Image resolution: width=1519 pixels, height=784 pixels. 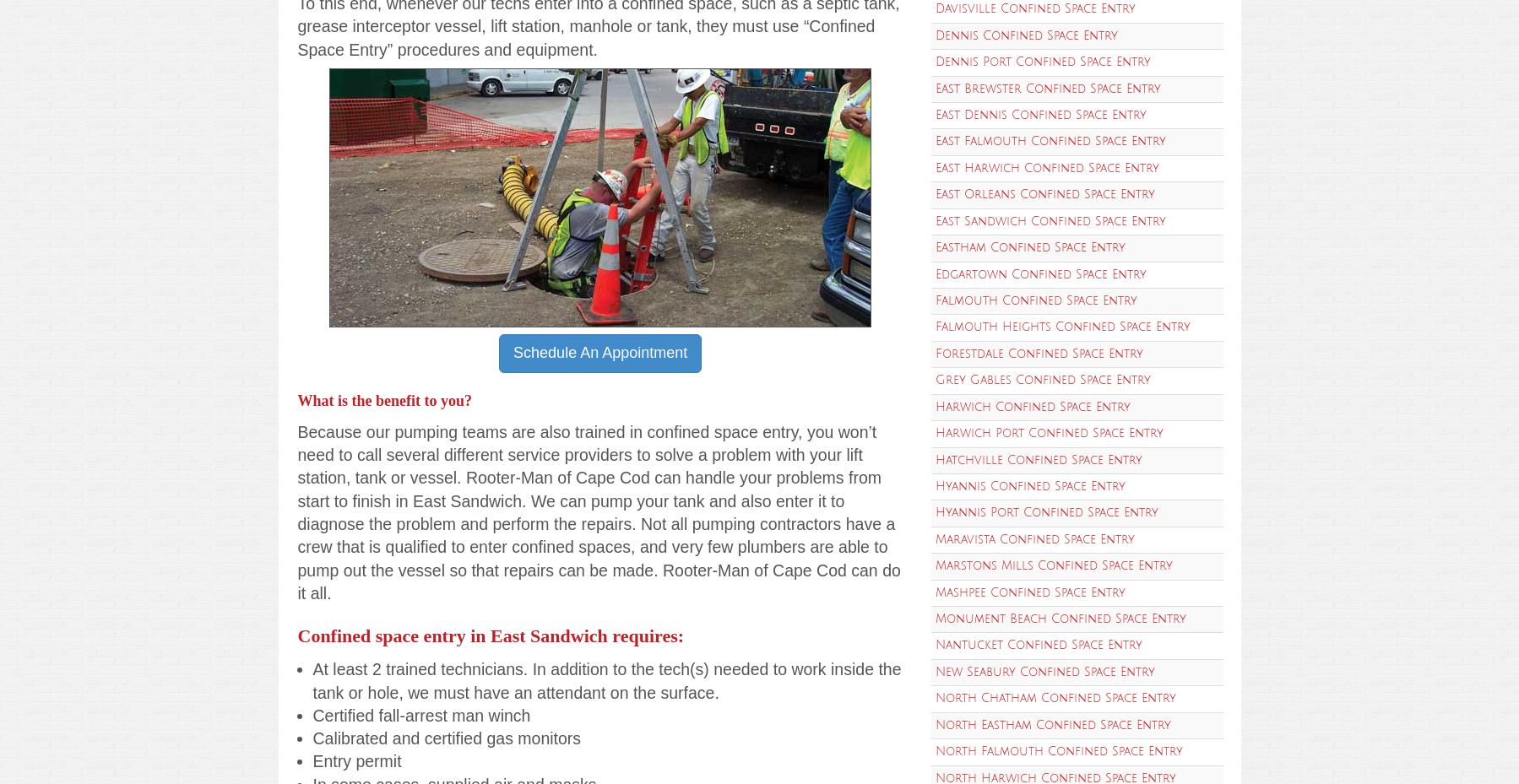 What do you see at coordinates (1029, 592) in the screenshot?
I see `'Mashpee Confined Space Entry'` at bounding box center [1029, 592].